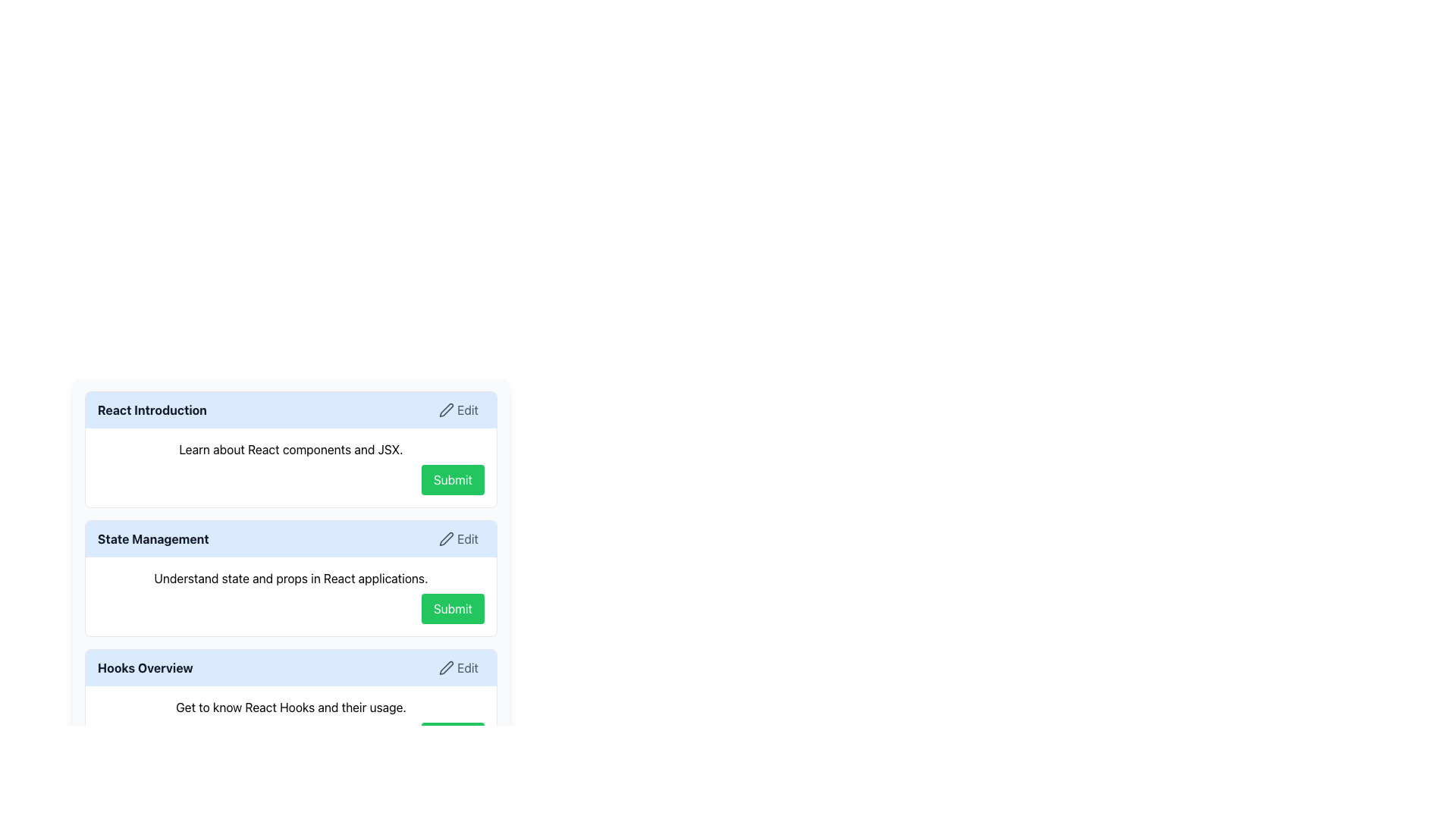  What do you see at coordinates (457, 409) in the screenshot?
I see `the 'Edit' button with a pen icon located in the top-right corner of the 'React Introduction' section to change its background color to blue` at bounding box center [457, 409].